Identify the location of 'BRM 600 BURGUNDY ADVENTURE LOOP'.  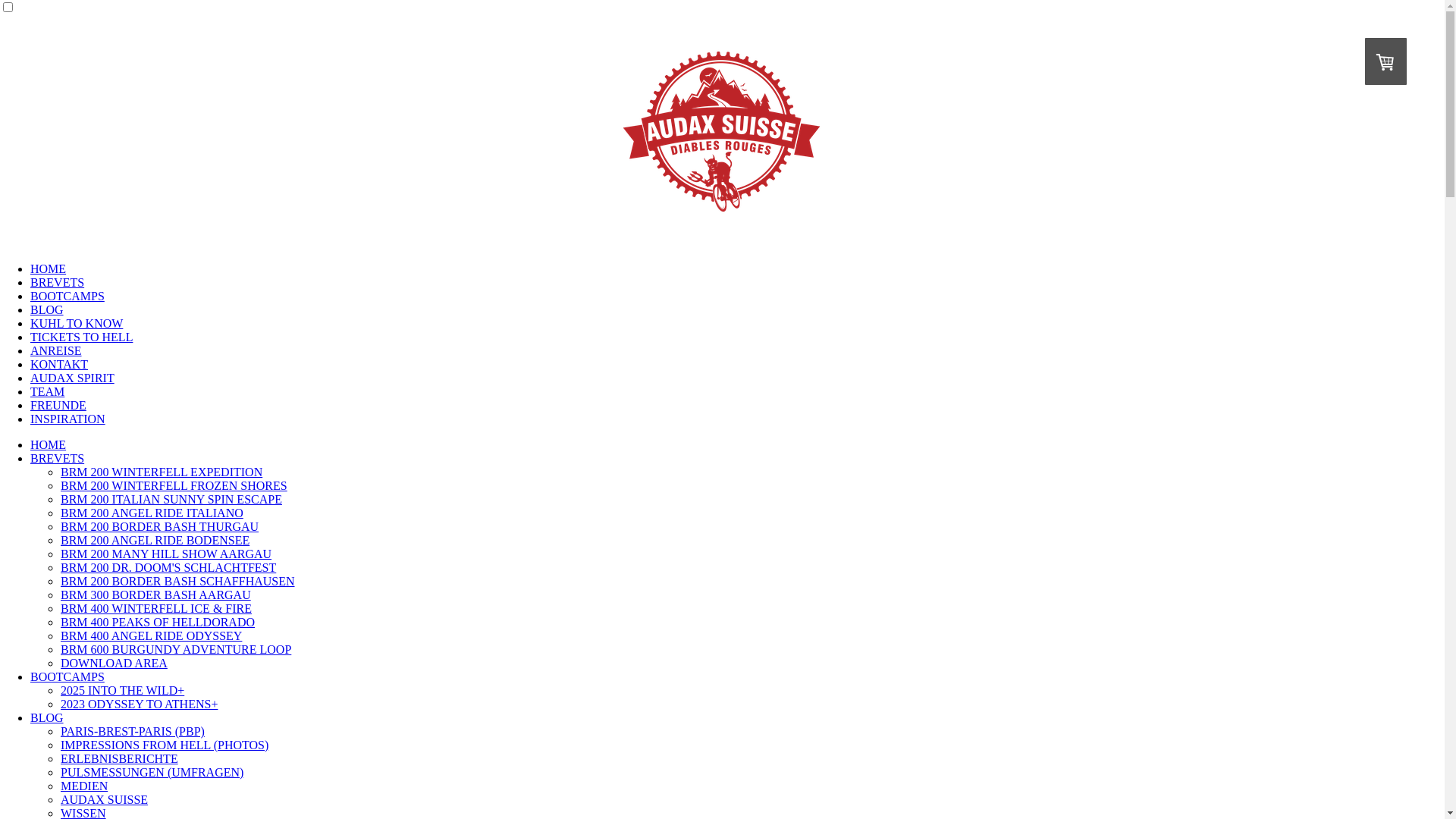
(175, 648).